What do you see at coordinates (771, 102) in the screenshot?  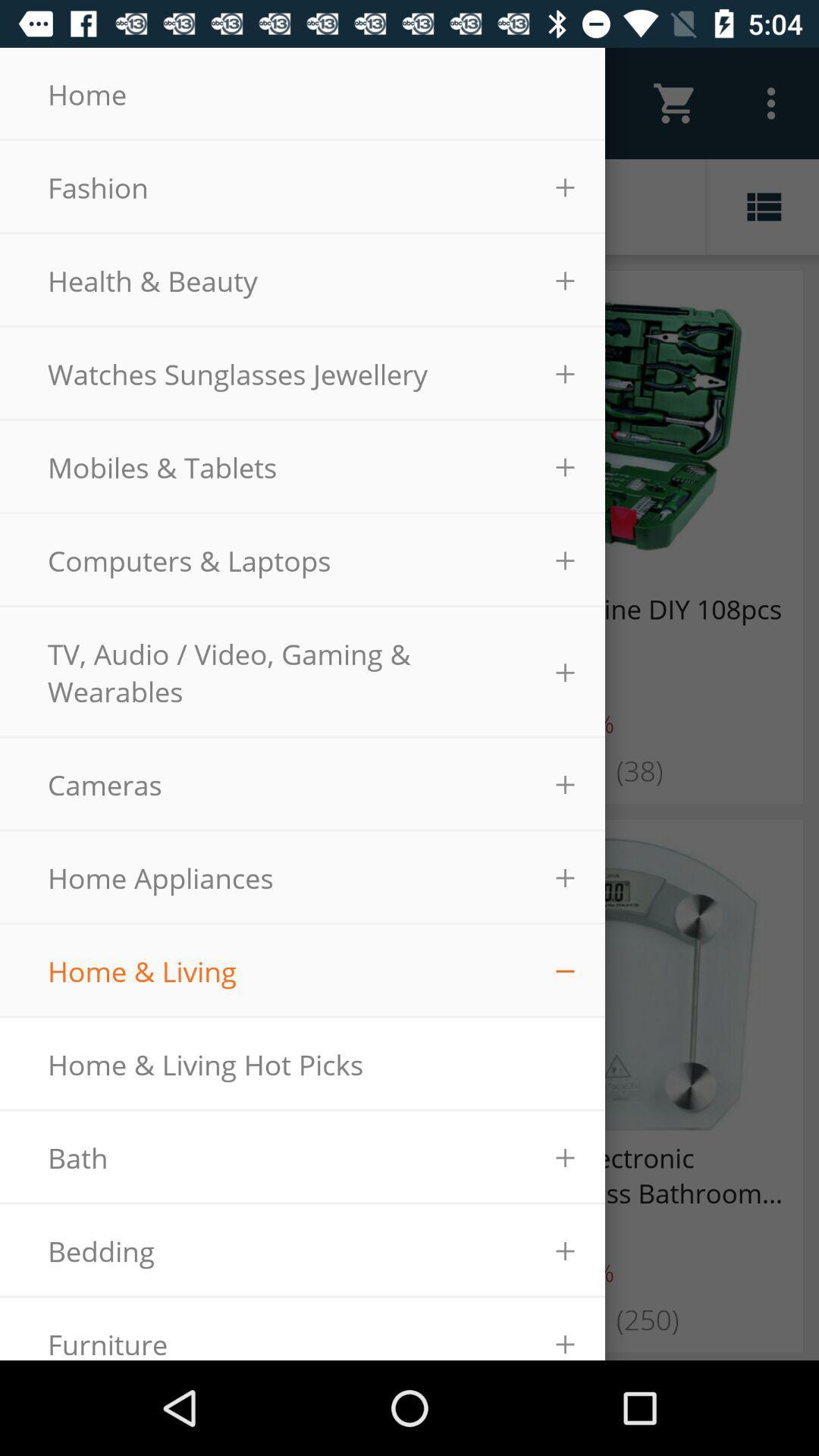 I see `options` at bounding box center [771, 102].